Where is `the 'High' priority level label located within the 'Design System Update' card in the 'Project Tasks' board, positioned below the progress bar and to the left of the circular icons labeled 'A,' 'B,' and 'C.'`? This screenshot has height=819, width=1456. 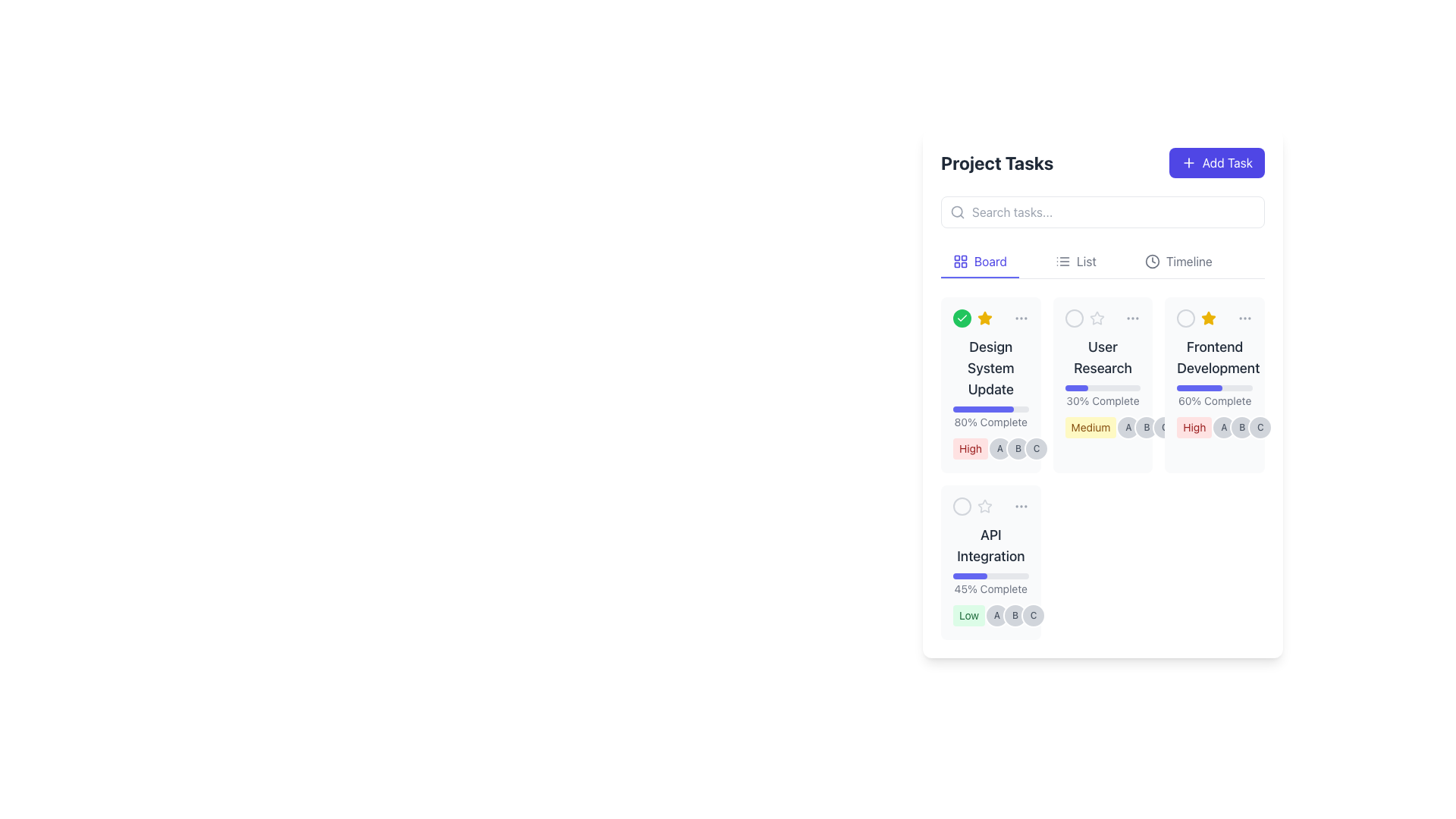
the 'High' priority level label located within the 'Design System Update' card in the 'Project Tasks' board, positioned below the progress bar and to the left of the circular icons labeled 'A,' 'B,' and 'C.' is located at coordinates (971, 447).